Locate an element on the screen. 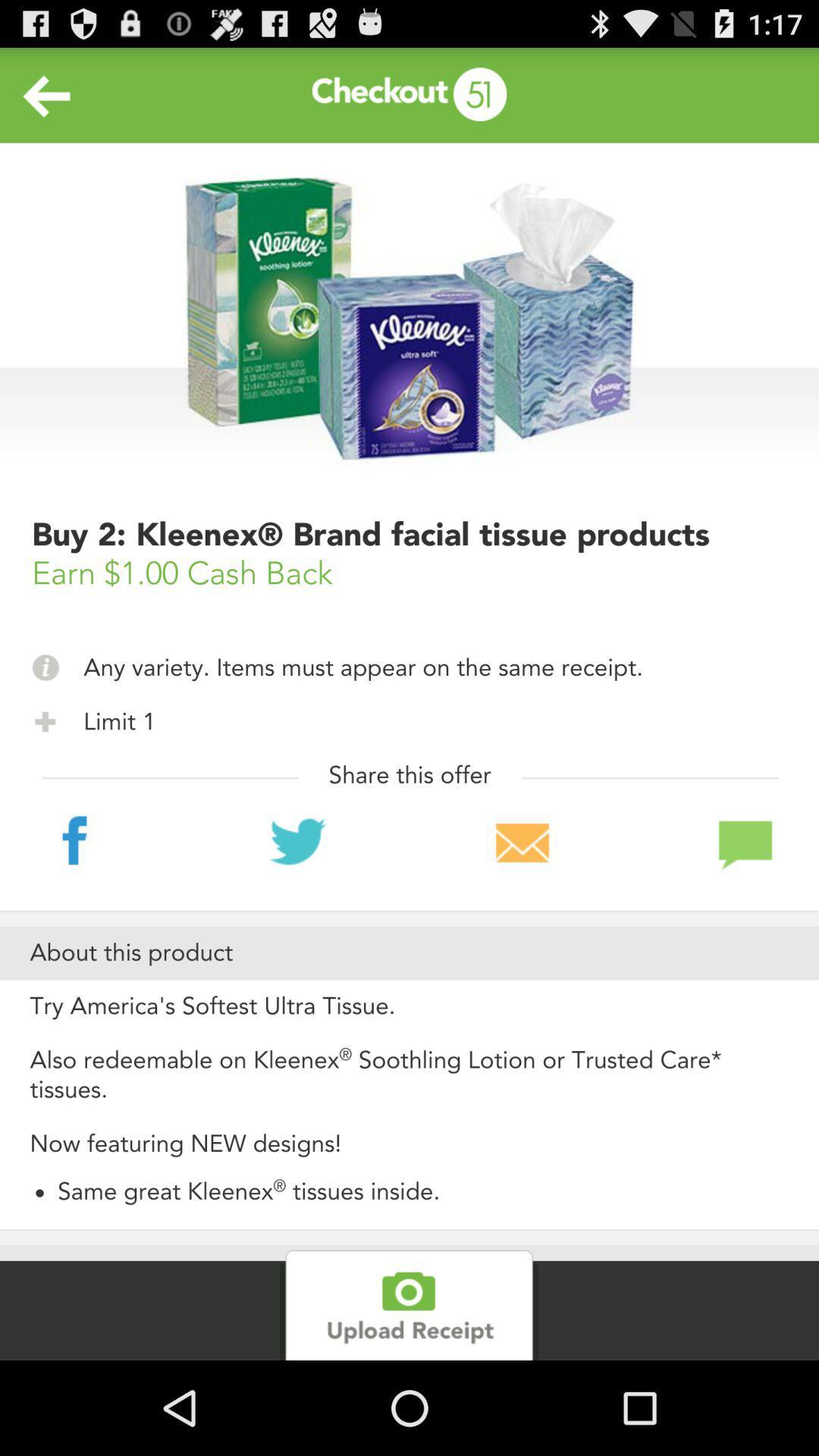 The image size is (819, 1456). the arrow_backward icon is located at coordinates (46, 101).